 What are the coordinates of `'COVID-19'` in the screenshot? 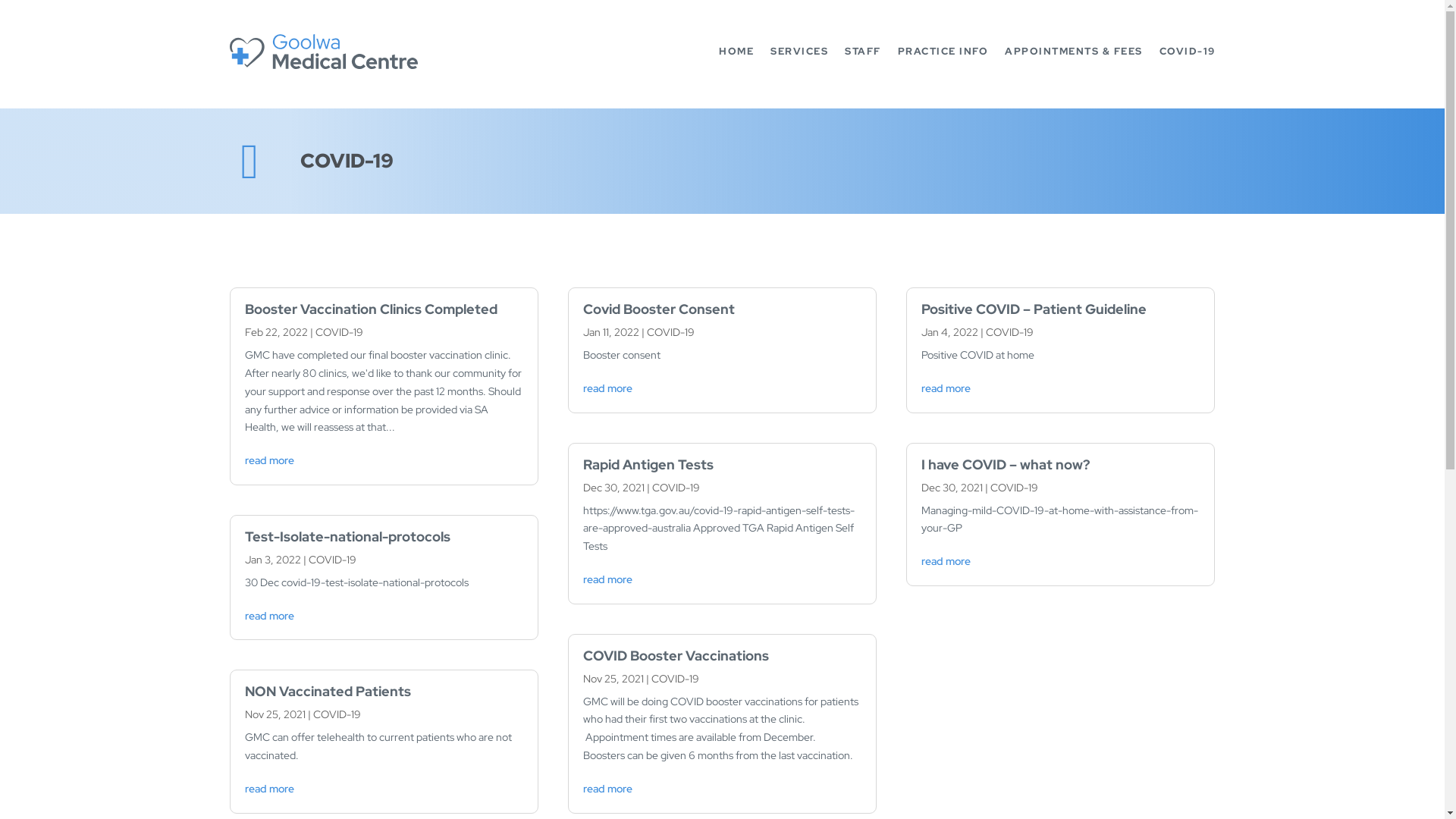 It's located at (1009, 331).